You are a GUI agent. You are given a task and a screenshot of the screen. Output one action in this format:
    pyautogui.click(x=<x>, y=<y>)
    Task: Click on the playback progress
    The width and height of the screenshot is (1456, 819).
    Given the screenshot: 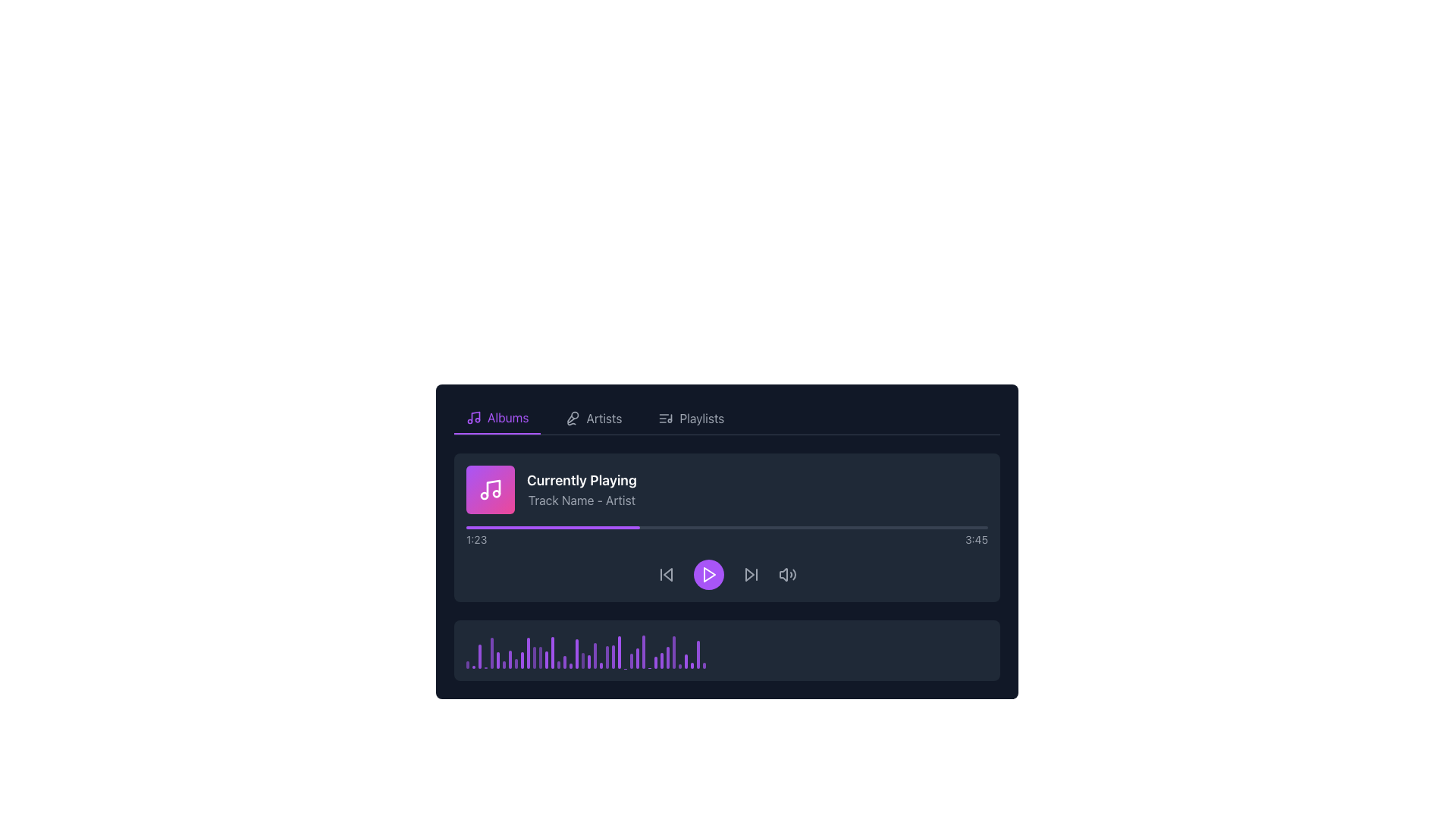 What is the action you would take?
    pyautogui.click(x=940, y=526)
    